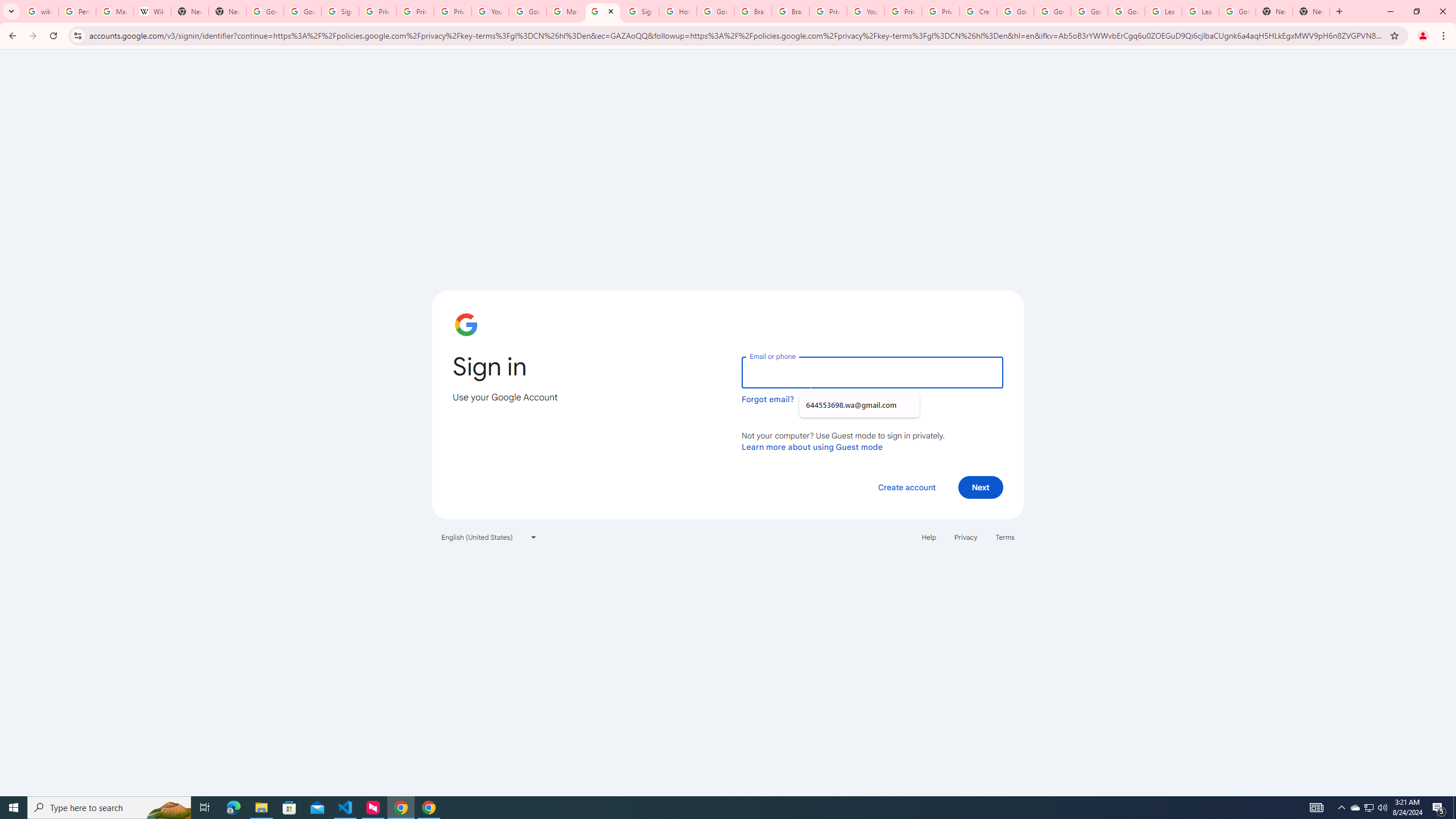  I want to click on 'Wikipedia:Edit requests - Wikipedia', so click(151, 11).